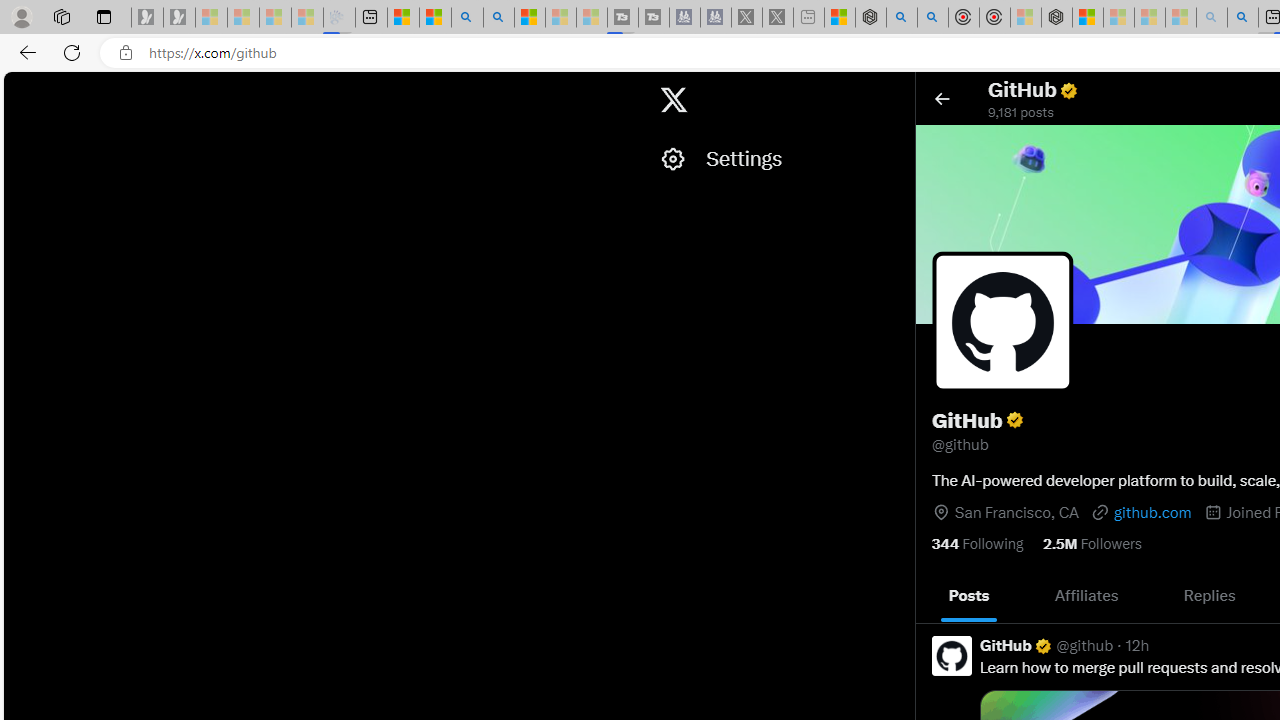  Describe the element at coordinates (1003, 321) in the screenshot. I see `'Square profile picture and Opens profile photo'` at that location.